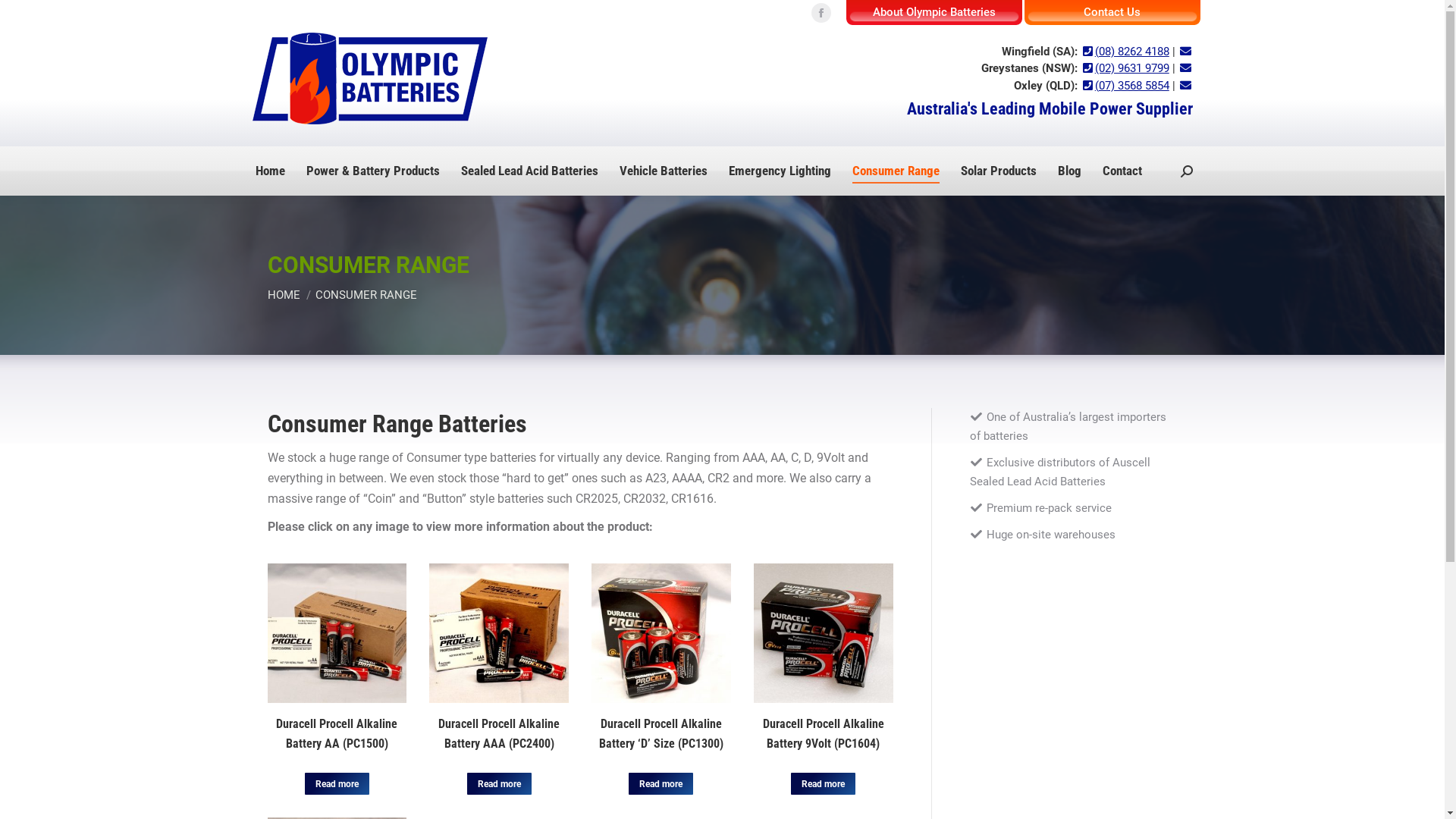  Describe the element at coordinates (1068, 171) in the screenshot. I see `'Blog'` at that location.